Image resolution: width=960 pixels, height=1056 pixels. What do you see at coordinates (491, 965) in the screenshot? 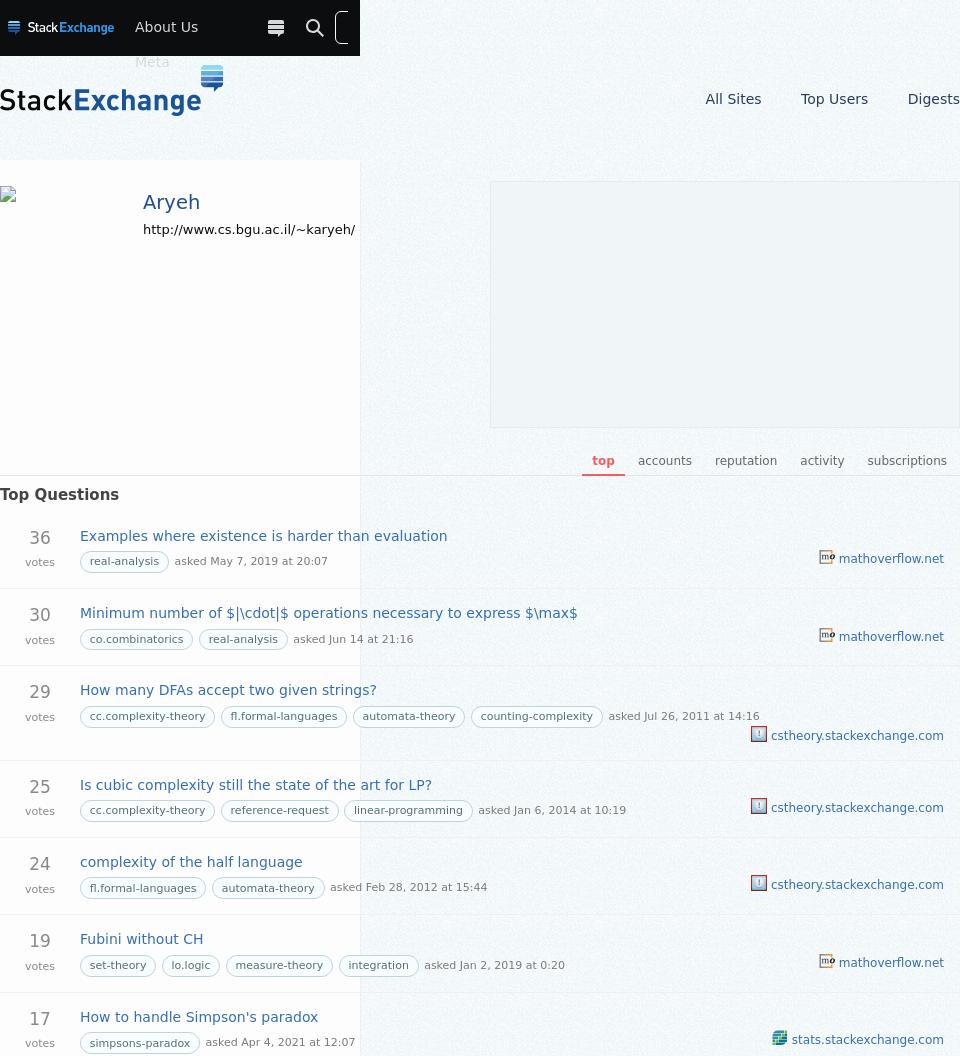
I see `'asked Jan 2, 2019 at 0:20'` at bounding box center [491, 965].